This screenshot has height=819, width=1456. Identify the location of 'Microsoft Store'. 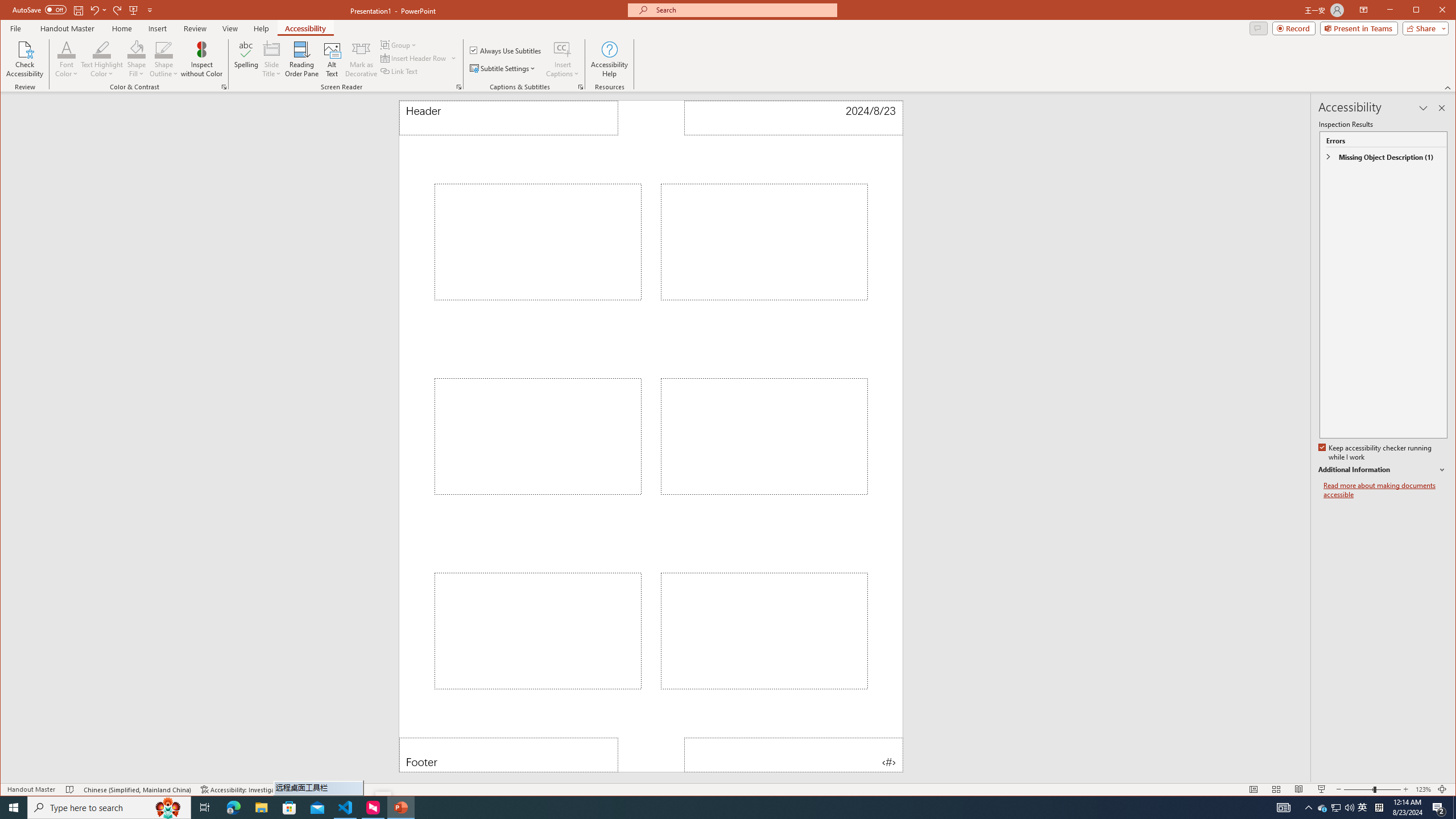
(289, 806).